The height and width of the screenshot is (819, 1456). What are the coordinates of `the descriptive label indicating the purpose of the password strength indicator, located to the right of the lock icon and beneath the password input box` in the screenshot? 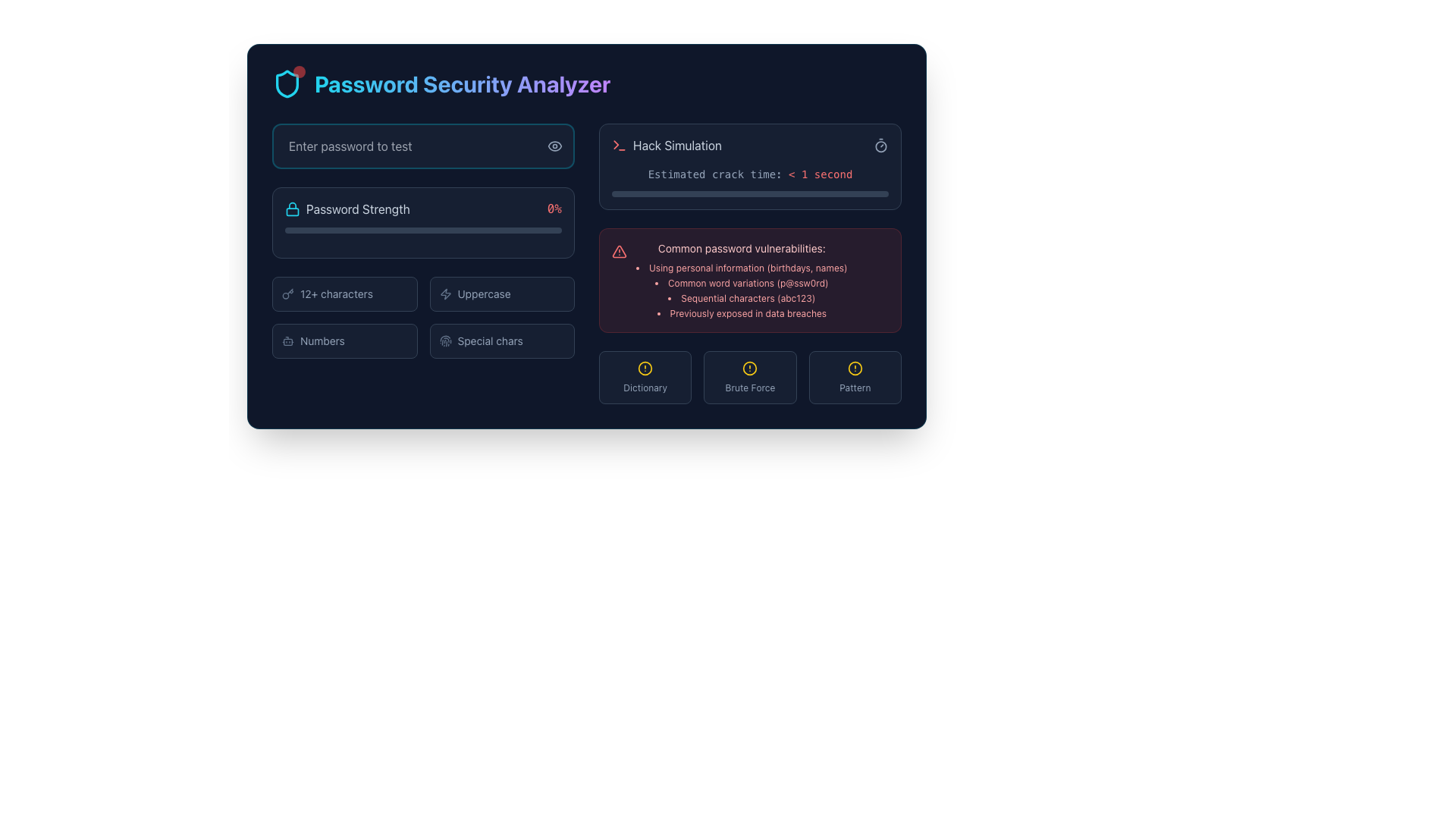 It's located at (357, 209).